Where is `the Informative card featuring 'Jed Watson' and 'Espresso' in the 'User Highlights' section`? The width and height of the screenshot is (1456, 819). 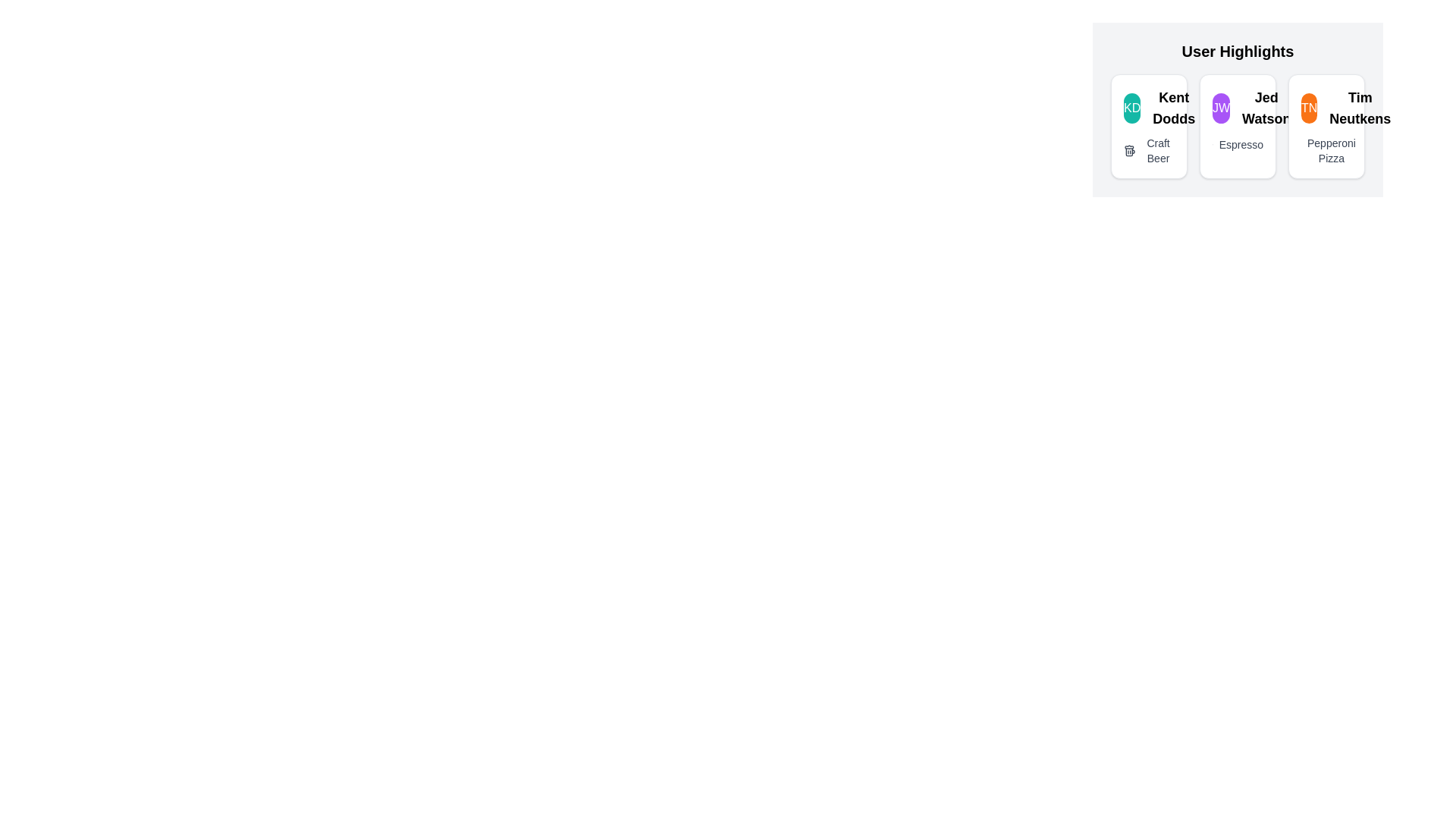
the Informative card featuring 'Jed Watson' and 'Espresso' in the 'User Highlights' section is located at coordinates (1238, 125).